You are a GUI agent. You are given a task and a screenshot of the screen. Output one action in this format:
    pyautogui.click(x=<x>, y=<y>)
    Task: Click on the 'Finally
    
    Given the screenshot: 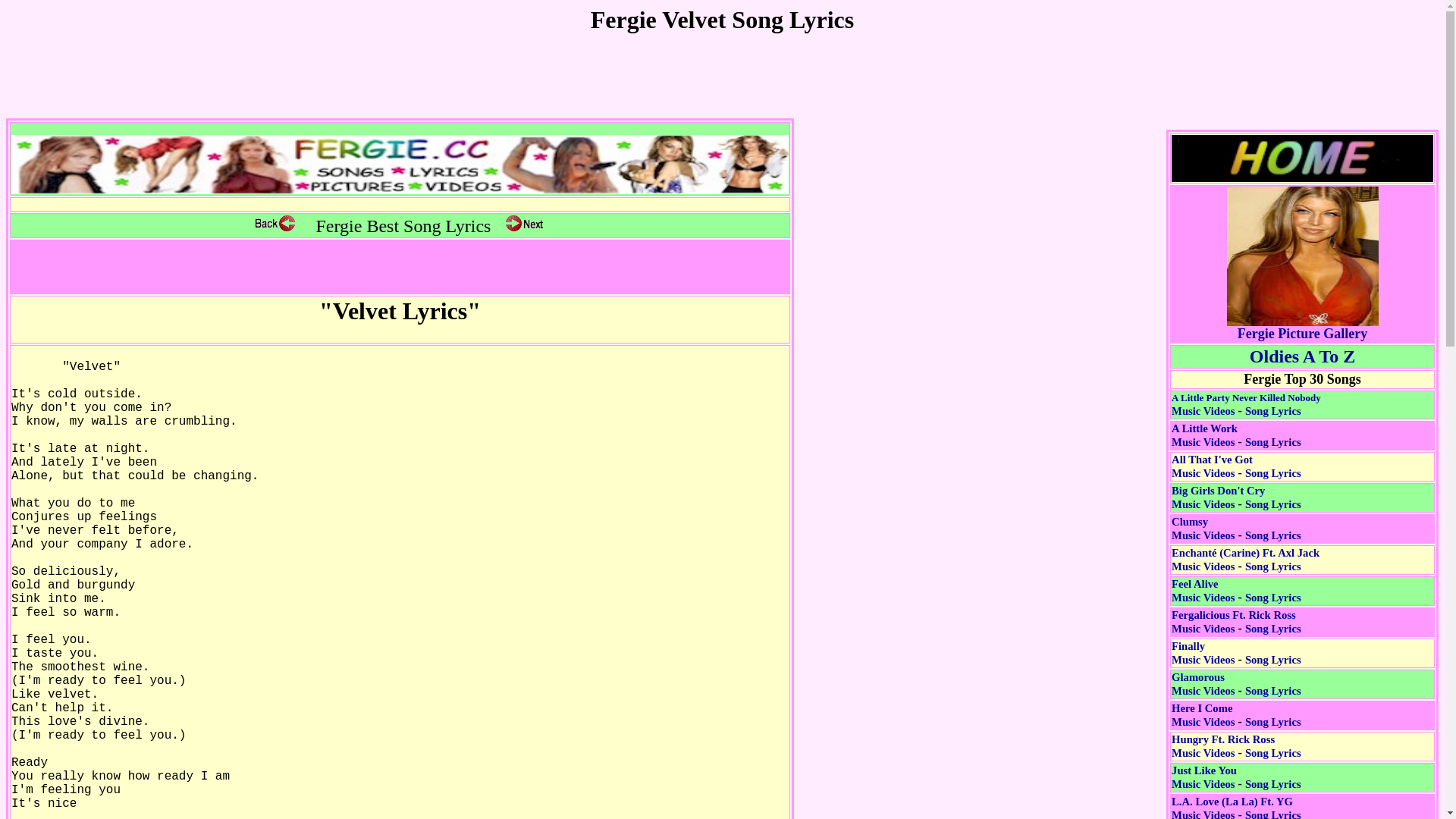 What is the action you would take?
    pyautogui.click(x=1202, y=651)
    